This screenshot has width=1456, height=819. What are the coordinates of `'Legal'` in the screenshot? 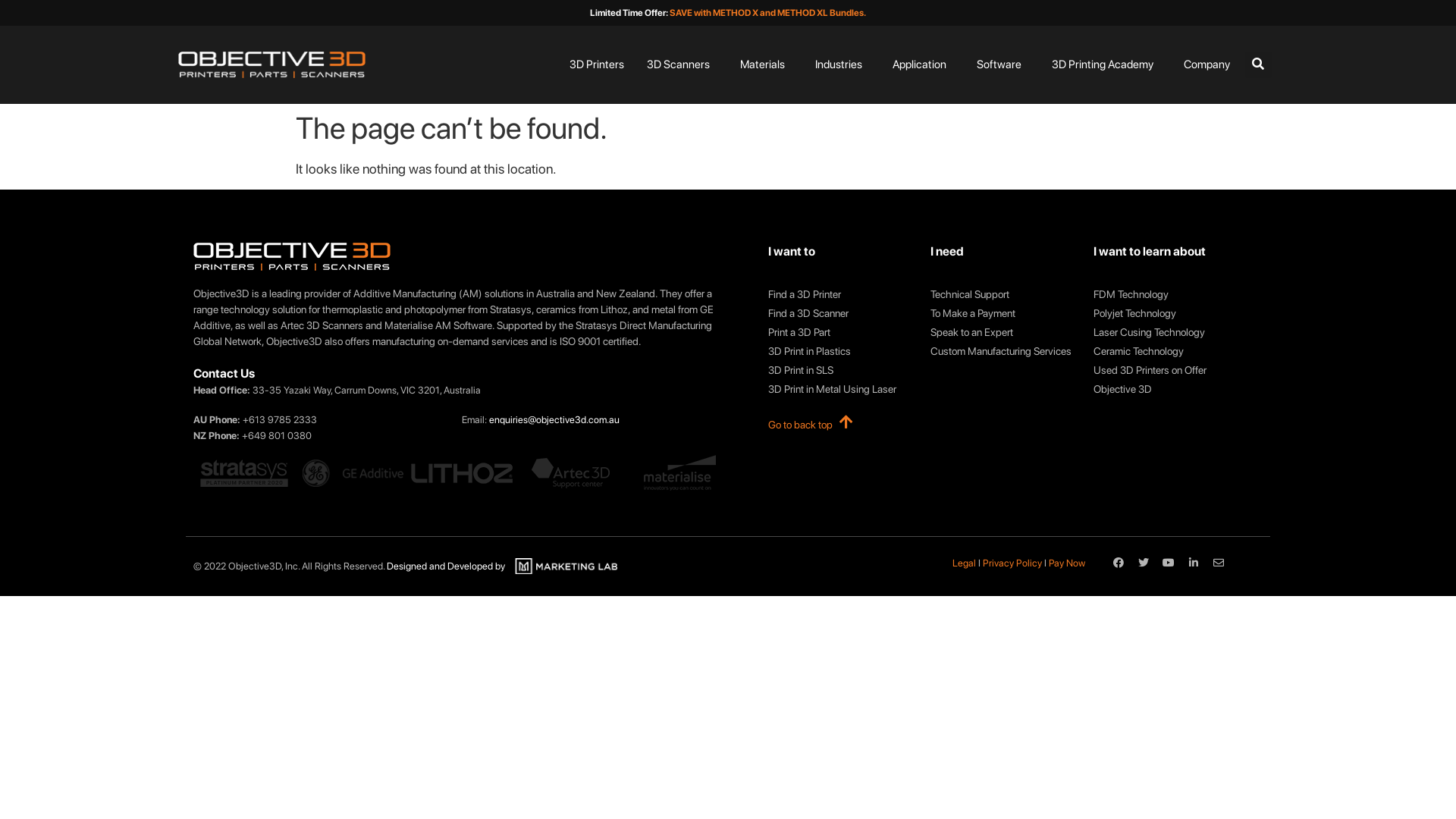 It's located at (963, 563).